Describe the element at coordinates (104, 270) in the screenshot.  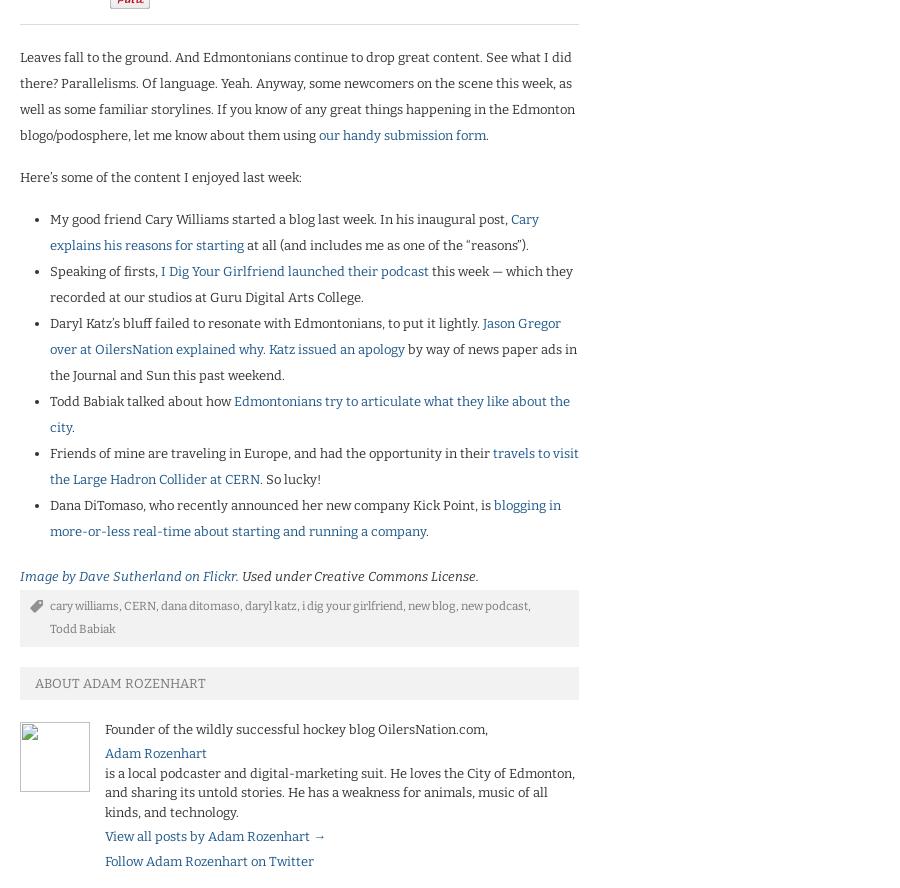
I see `'Speaking of firsts,'` at that location.